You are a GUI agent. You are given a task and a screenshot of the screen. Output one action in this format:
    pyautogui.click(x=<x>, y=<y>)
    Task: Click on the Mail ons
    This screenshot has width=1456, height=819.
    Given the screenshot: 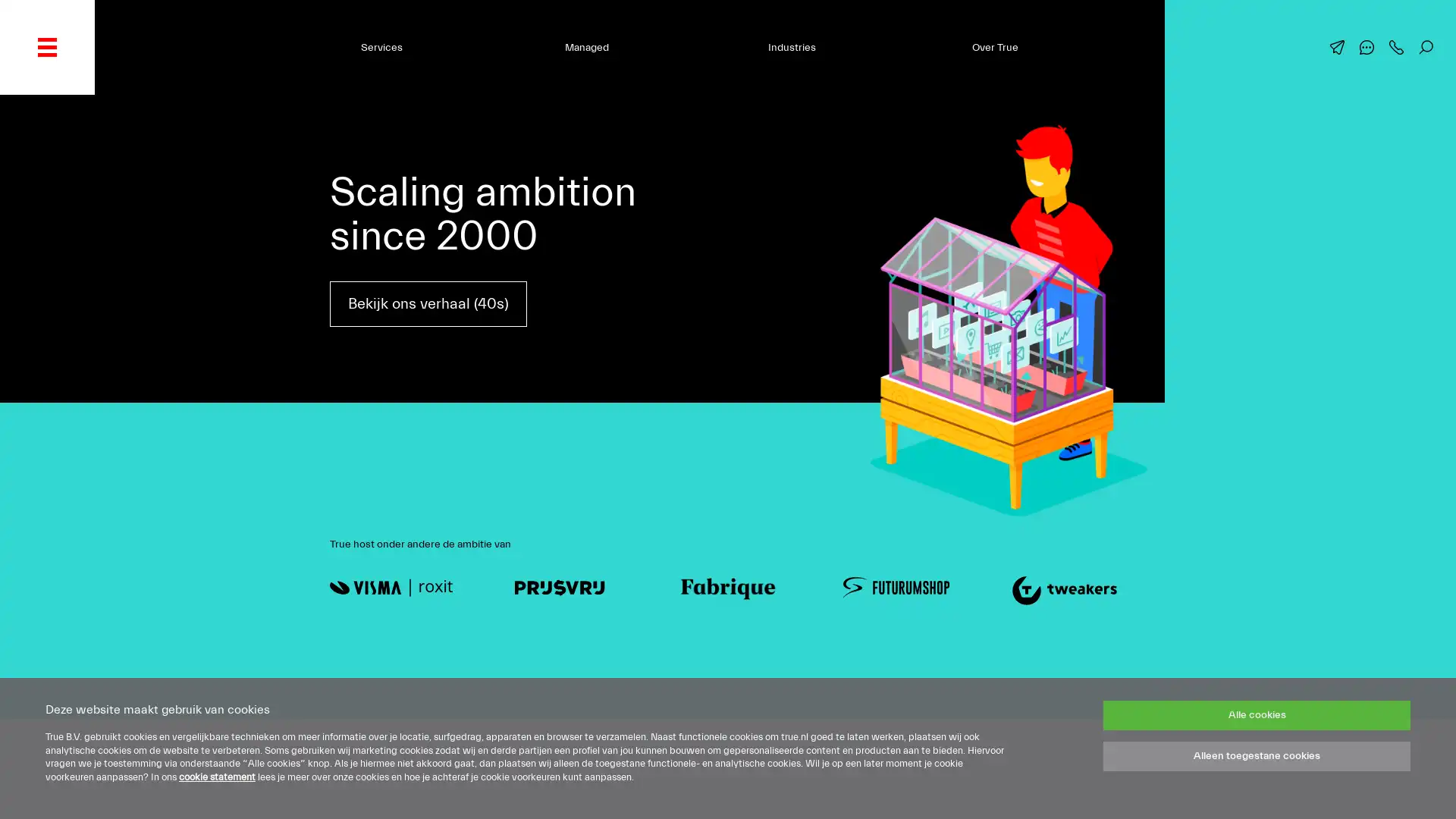 What is the action you would take?
    pyautogui.click(x=1345, y=46)
    